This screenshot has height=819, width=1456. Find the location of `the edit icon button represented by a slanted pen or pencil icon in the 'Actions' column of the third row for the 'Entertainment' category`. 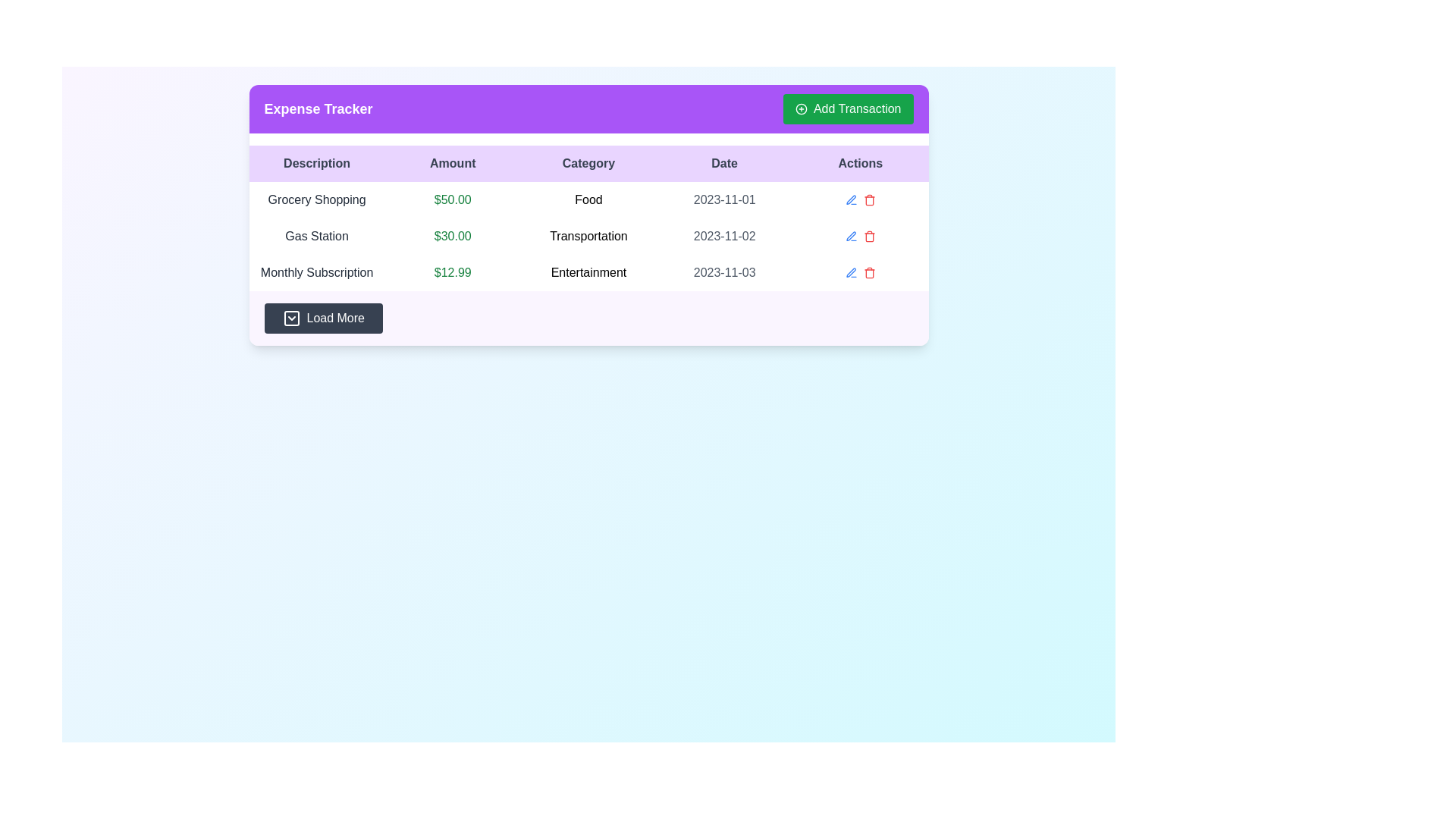

the edit icon button represented by a slanted pen or pencil icon in the 'Actions' column of the third row for the 'Entertainment' category is located at coordinates (851, 199).